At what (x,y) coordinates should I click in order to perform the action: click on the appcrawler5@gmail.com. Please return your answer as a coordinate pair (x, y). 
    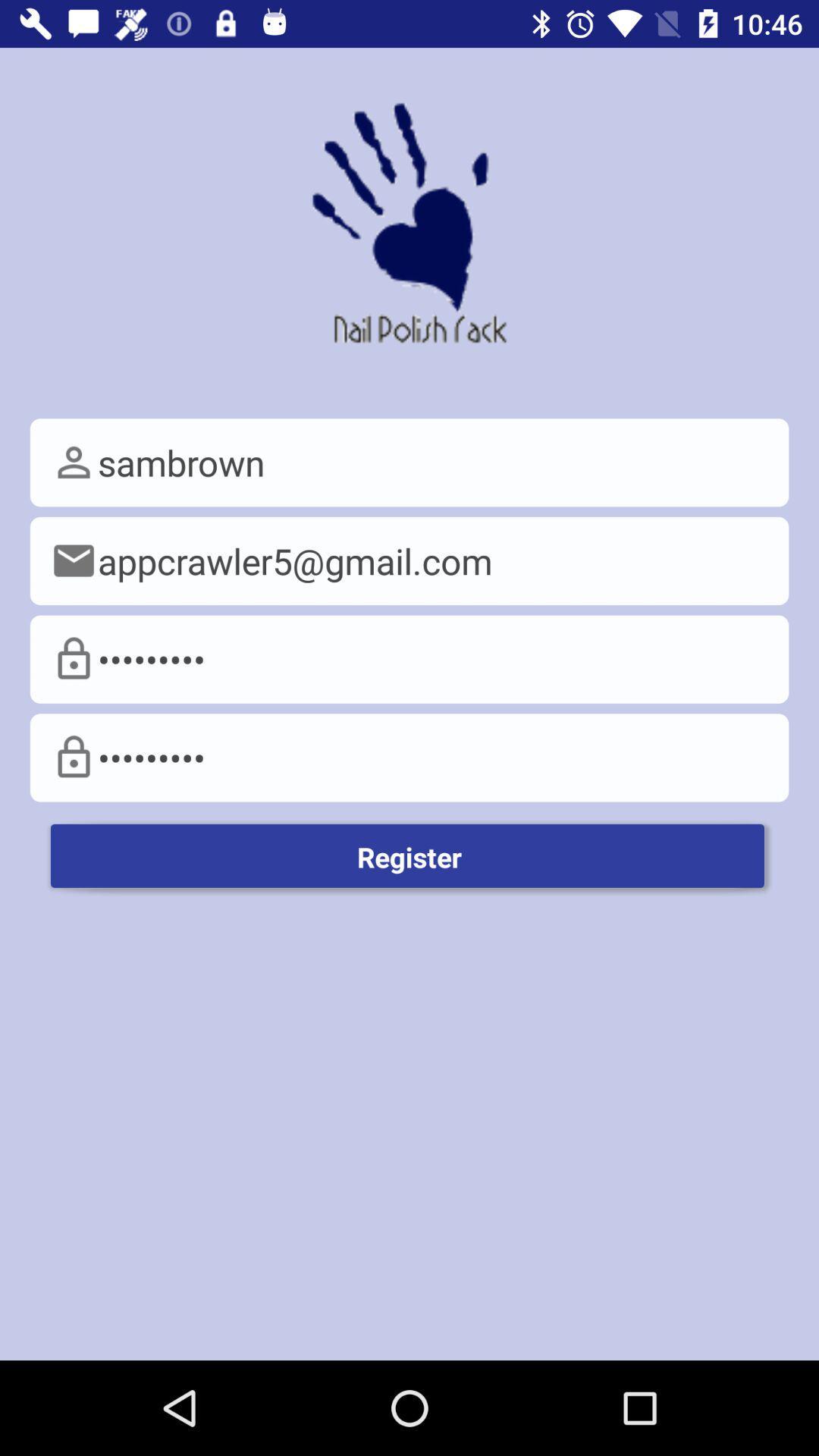
    Looking at the image, I should click on (409, 560).